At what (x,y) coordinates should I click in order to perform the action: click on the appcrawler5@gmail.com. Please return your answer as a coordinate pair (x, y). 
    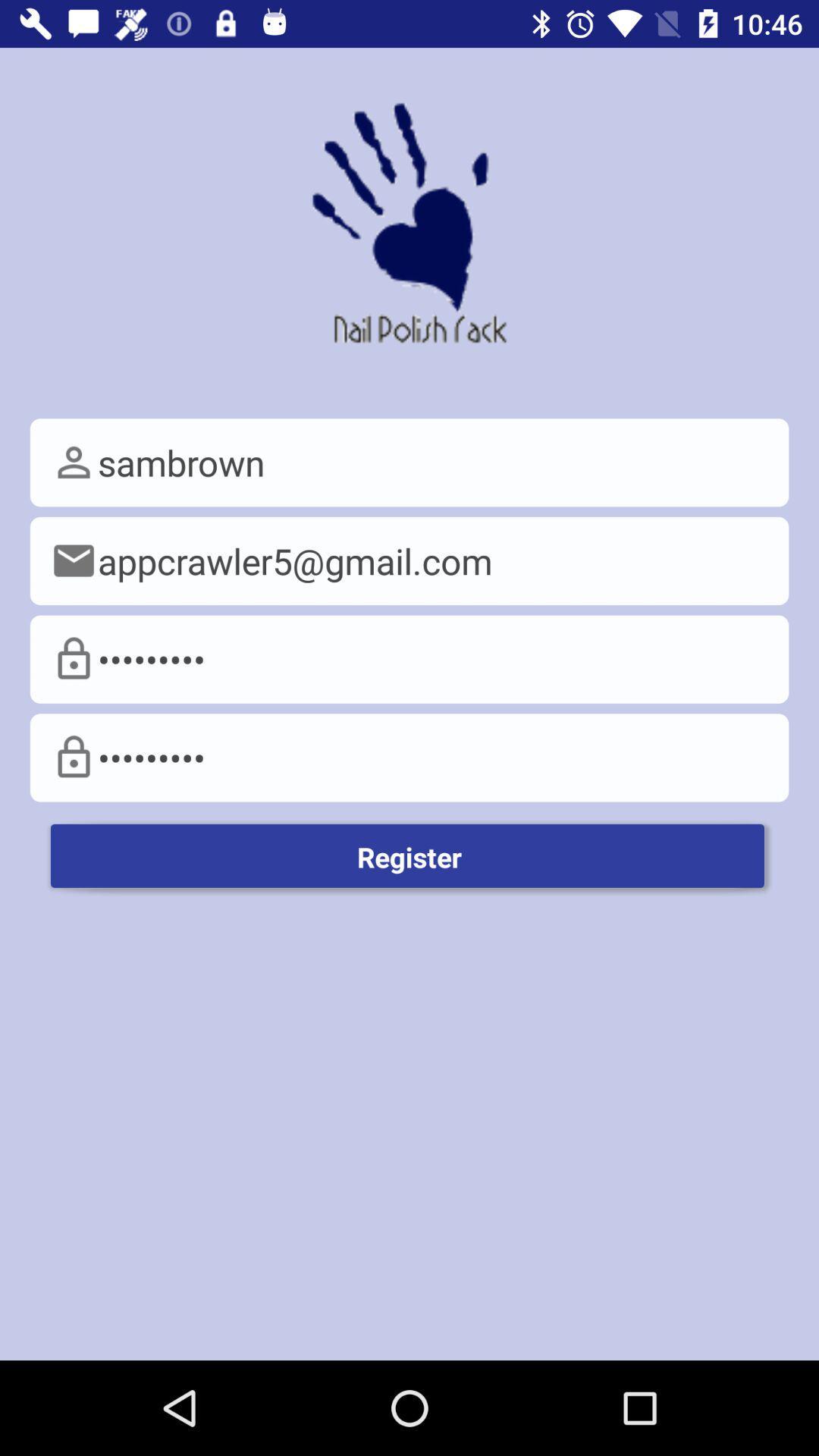
    Looking at the image, I should click on (409, 560).